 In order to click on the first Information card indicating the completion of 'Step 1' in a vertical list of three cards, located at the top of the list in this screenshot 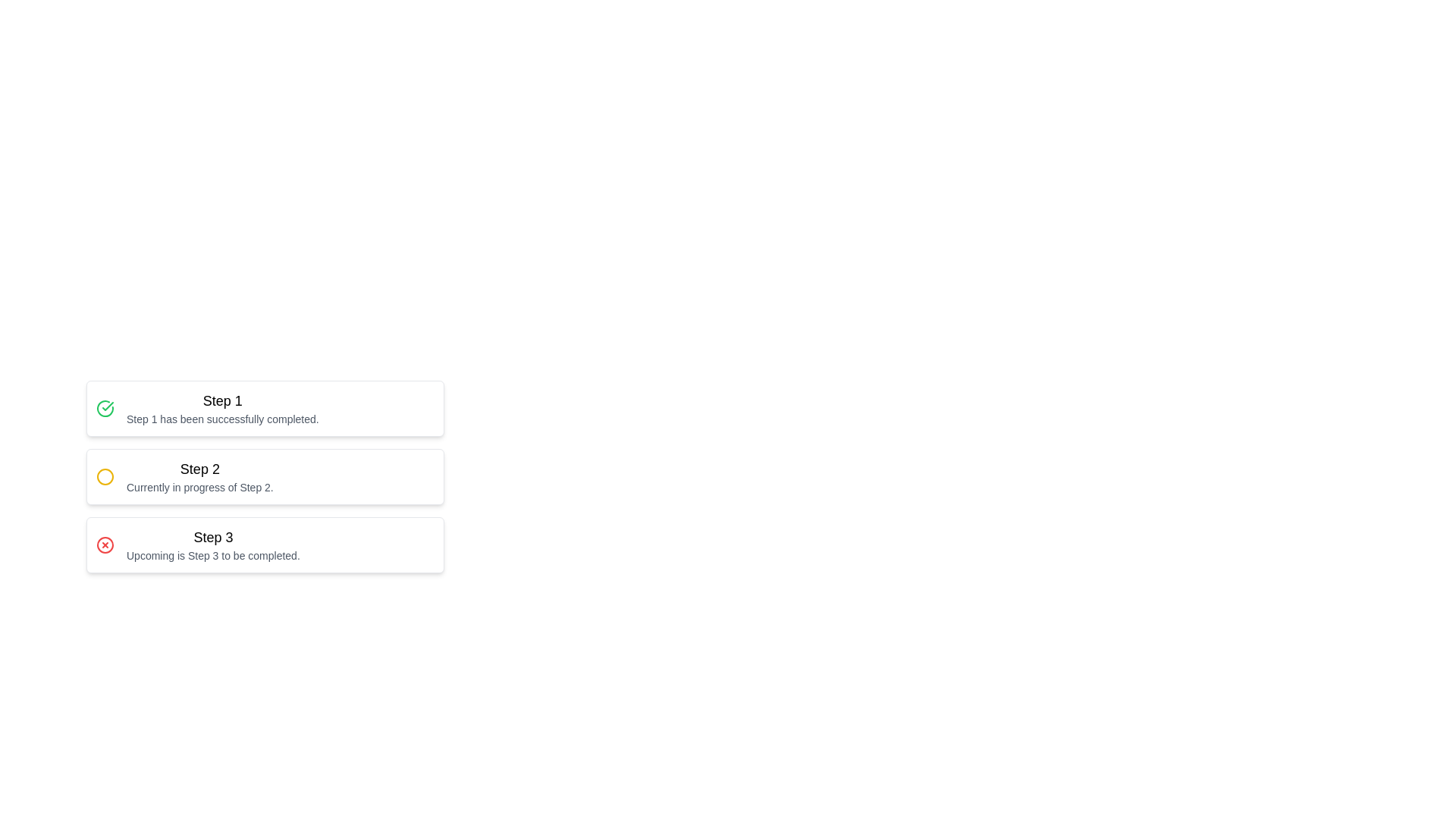, I will do `click(265, 408)`.